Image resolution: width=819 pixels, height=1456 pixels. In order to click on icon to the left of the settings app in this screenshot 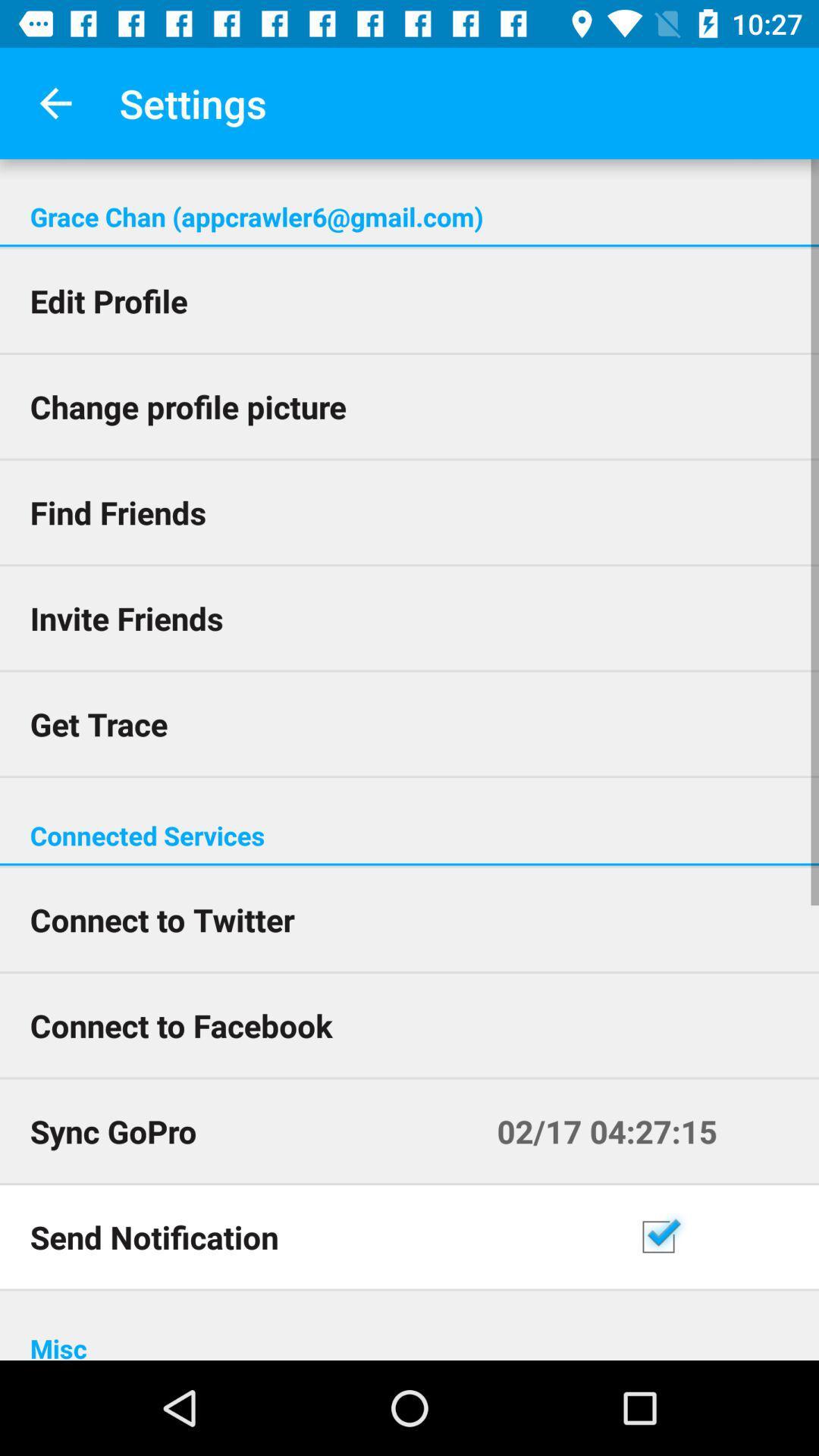, I will do `click(55, 102)`.